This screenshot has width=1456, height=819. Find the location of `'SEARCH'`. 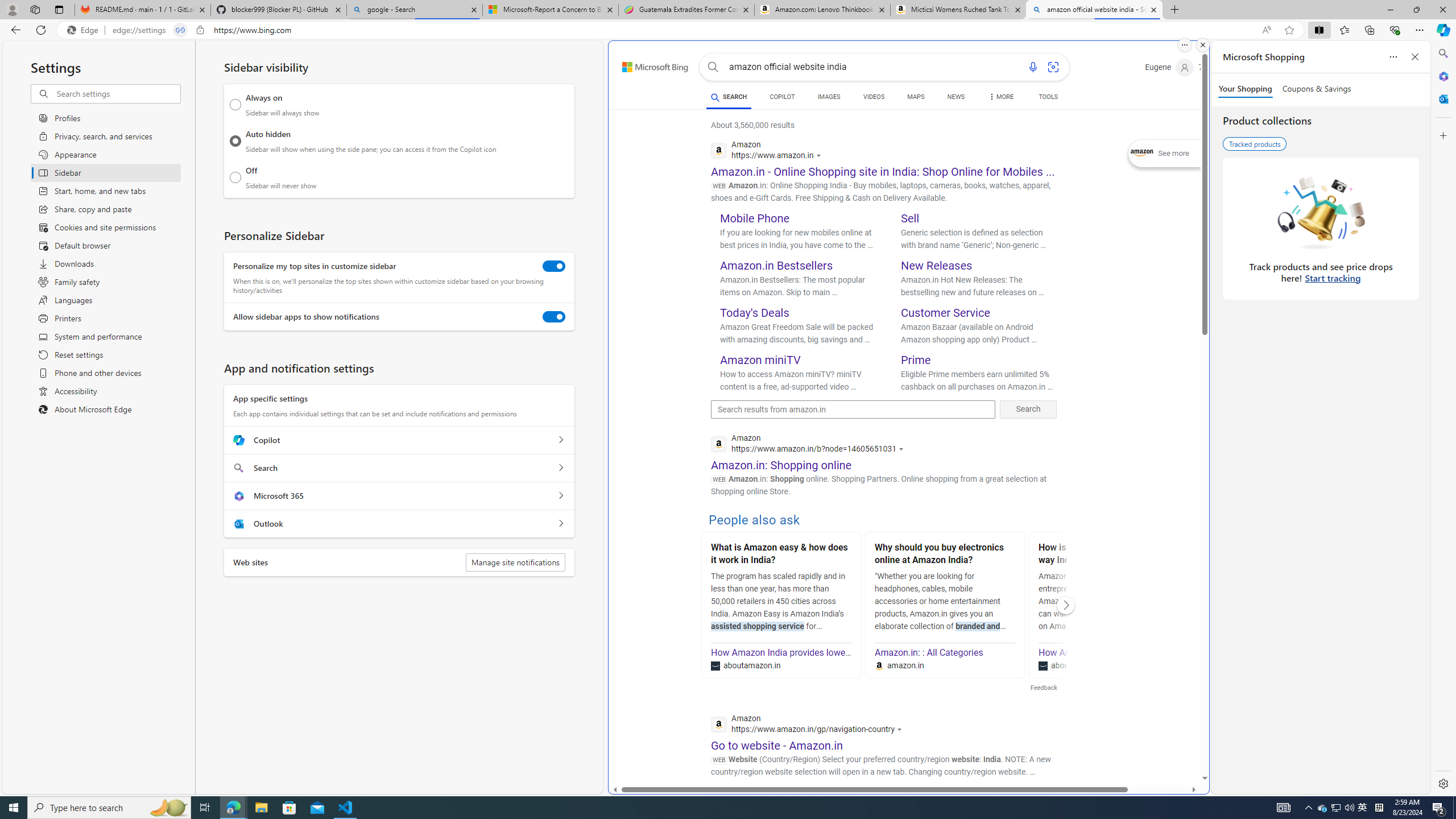

'SEARCH' is located at coordinates (728, 96).